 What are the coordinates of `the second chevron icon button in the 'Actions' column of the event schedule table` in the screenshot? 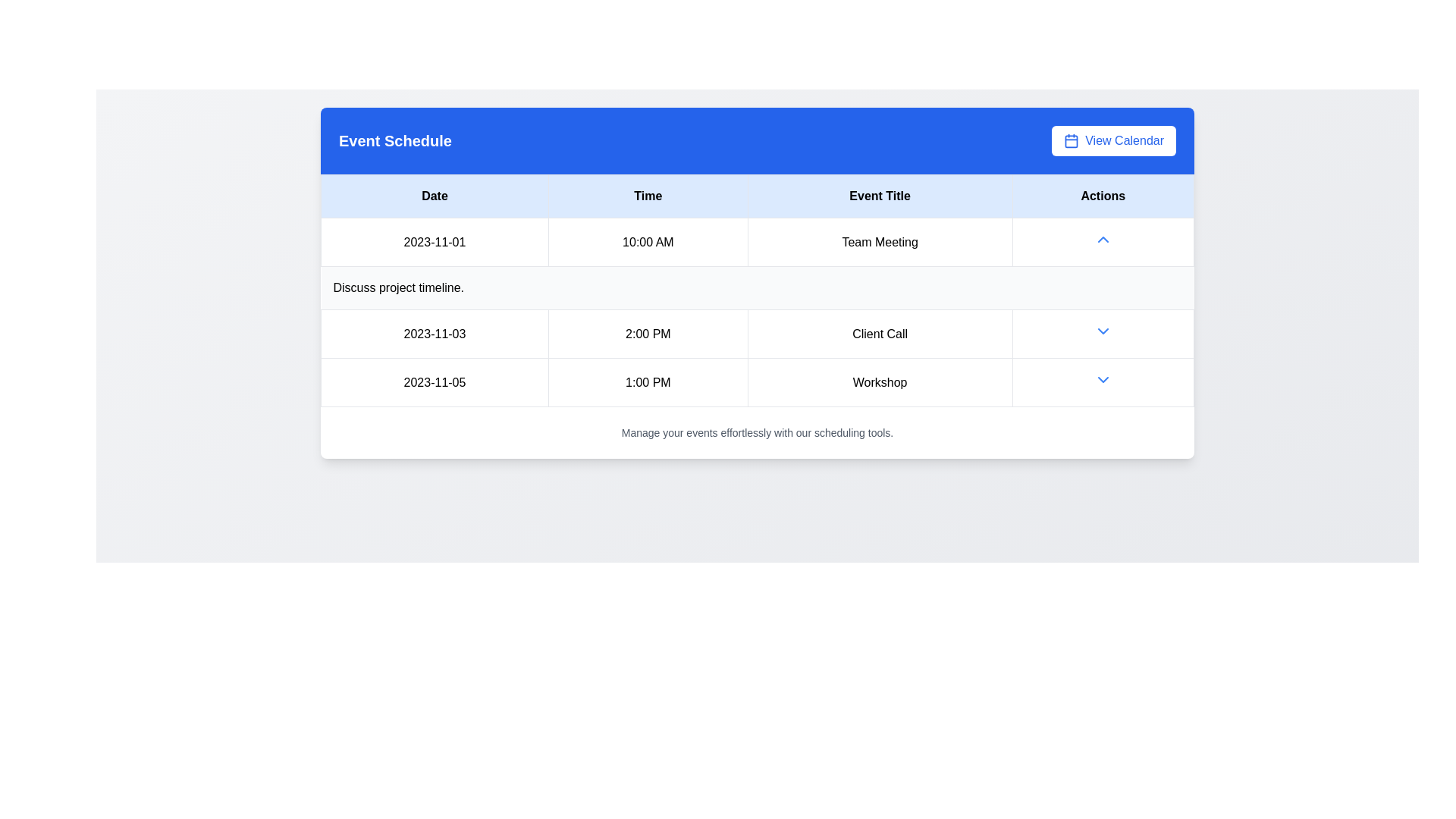 It's located at (1103, 330).